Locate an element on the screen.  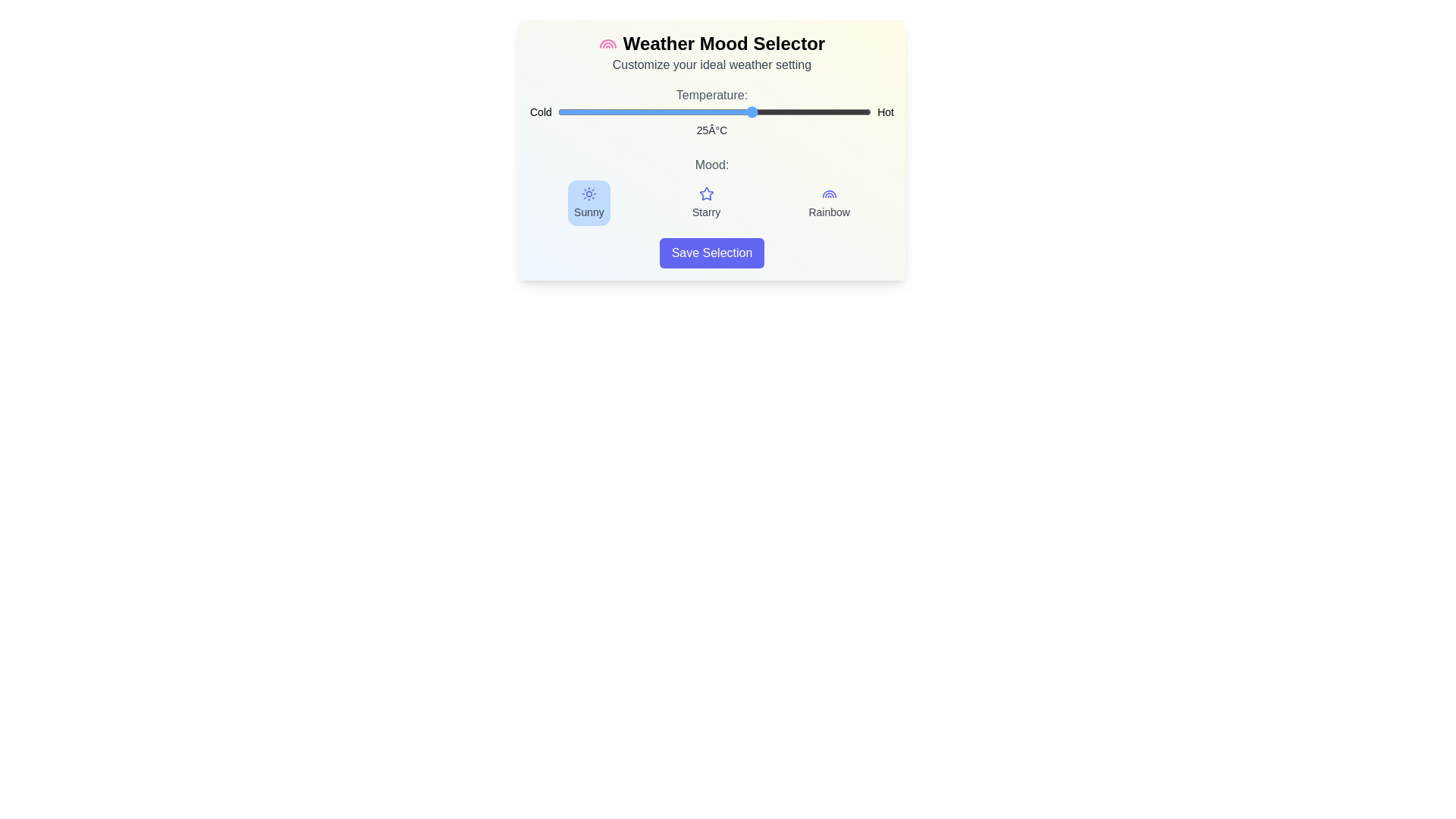
the mood by clicking on the respective button for Sunny is located at coordinates (588, 202).